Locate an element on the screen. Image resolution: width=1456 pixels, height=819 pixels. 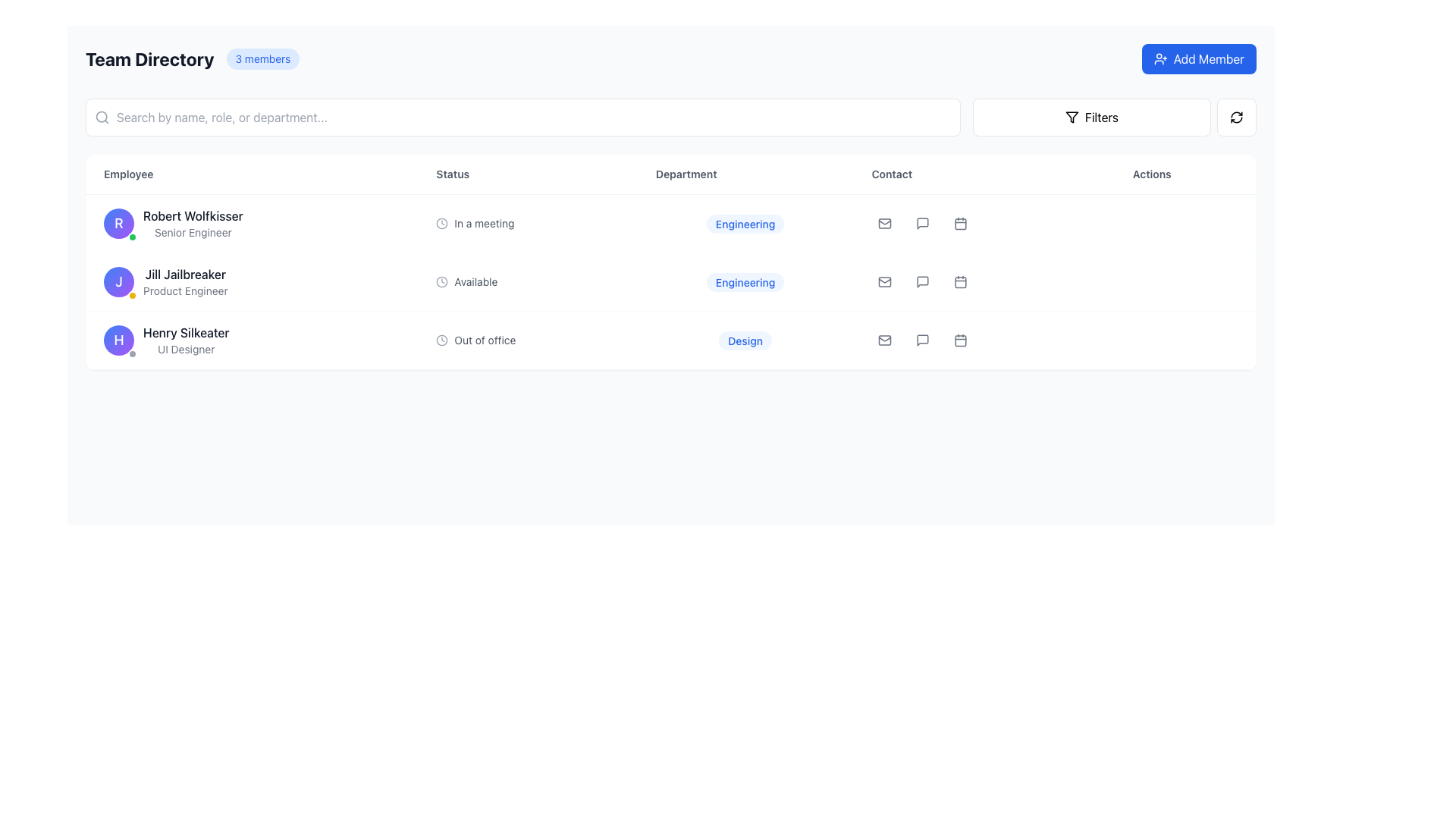
the decorative circle graphic element located at the center of the search icon in the search bar at the top of the interface is located at coordinates (101, 116).